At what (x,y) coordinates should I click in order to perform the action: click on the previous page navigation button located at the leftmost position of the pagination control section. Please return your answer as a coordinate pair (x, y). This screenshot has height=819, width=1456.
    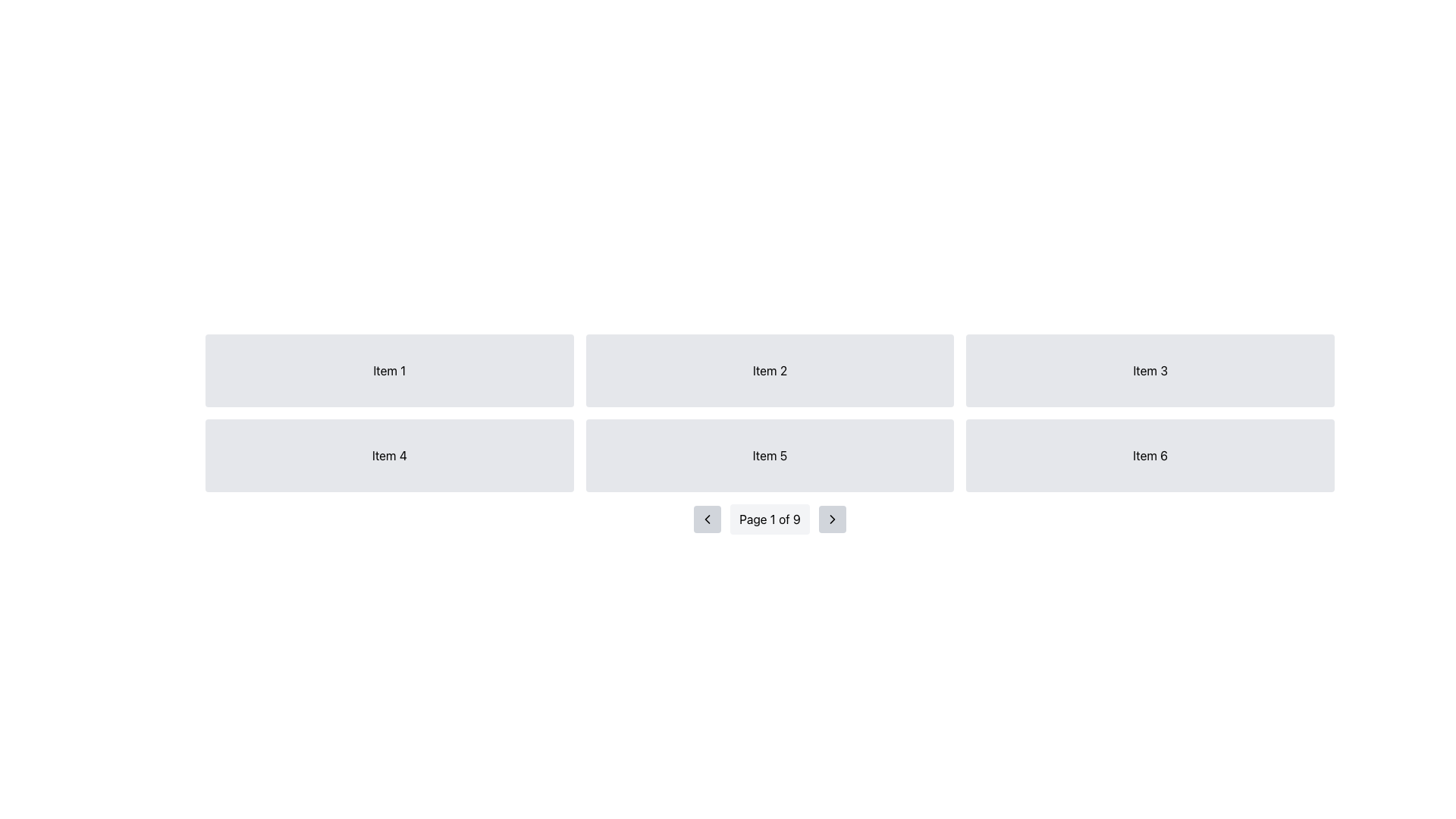
    Looking at the image, I should click on (707, 519).